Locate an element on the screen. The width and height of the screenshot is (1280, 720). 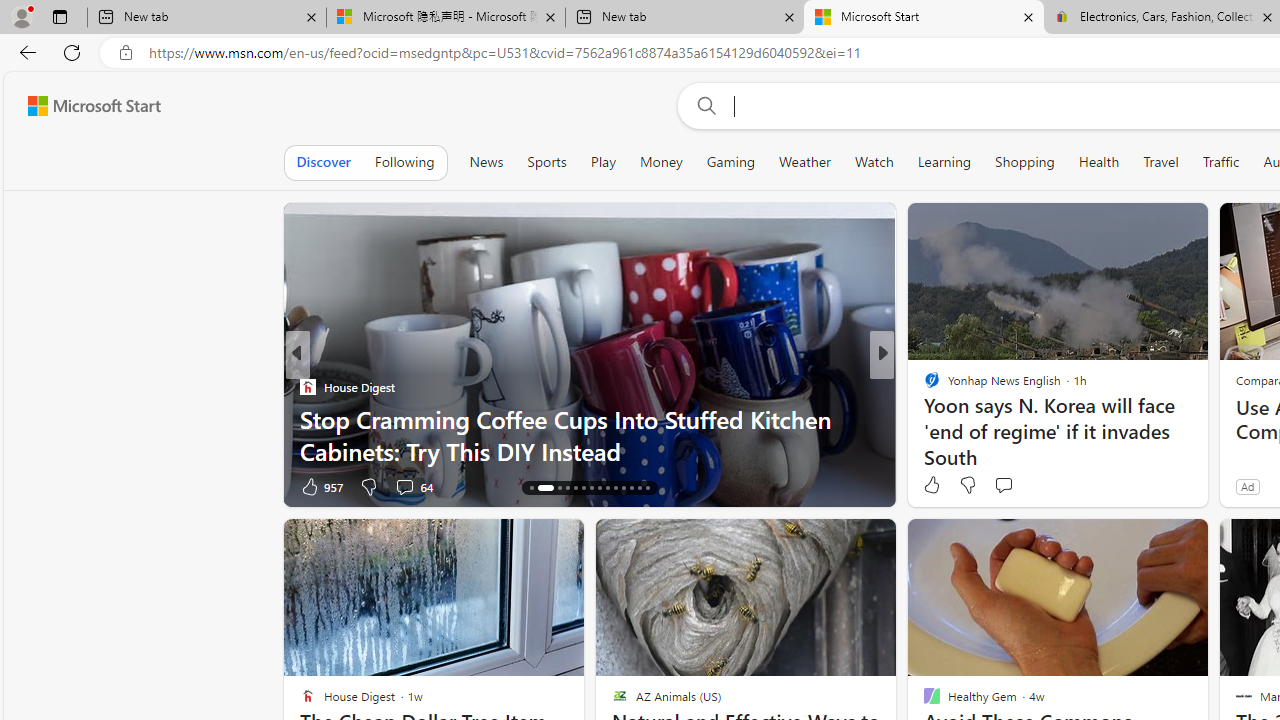
'957 Like' is located at coordinates (320, 486).